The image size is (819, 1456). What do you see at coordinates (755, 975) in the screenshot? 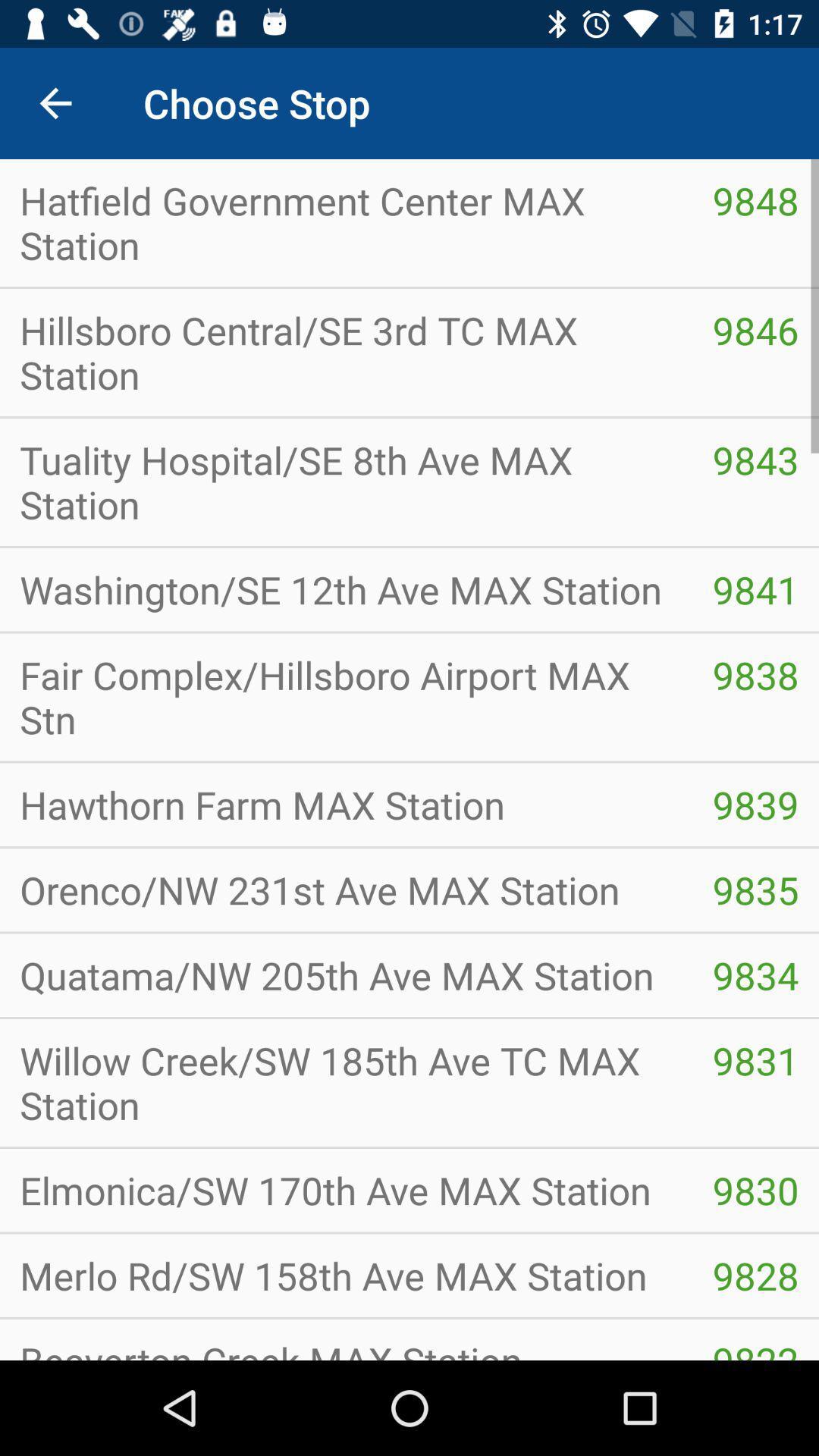
I see `icon to the right of orenco nw 231st icon` at bounding box center [755, 975].